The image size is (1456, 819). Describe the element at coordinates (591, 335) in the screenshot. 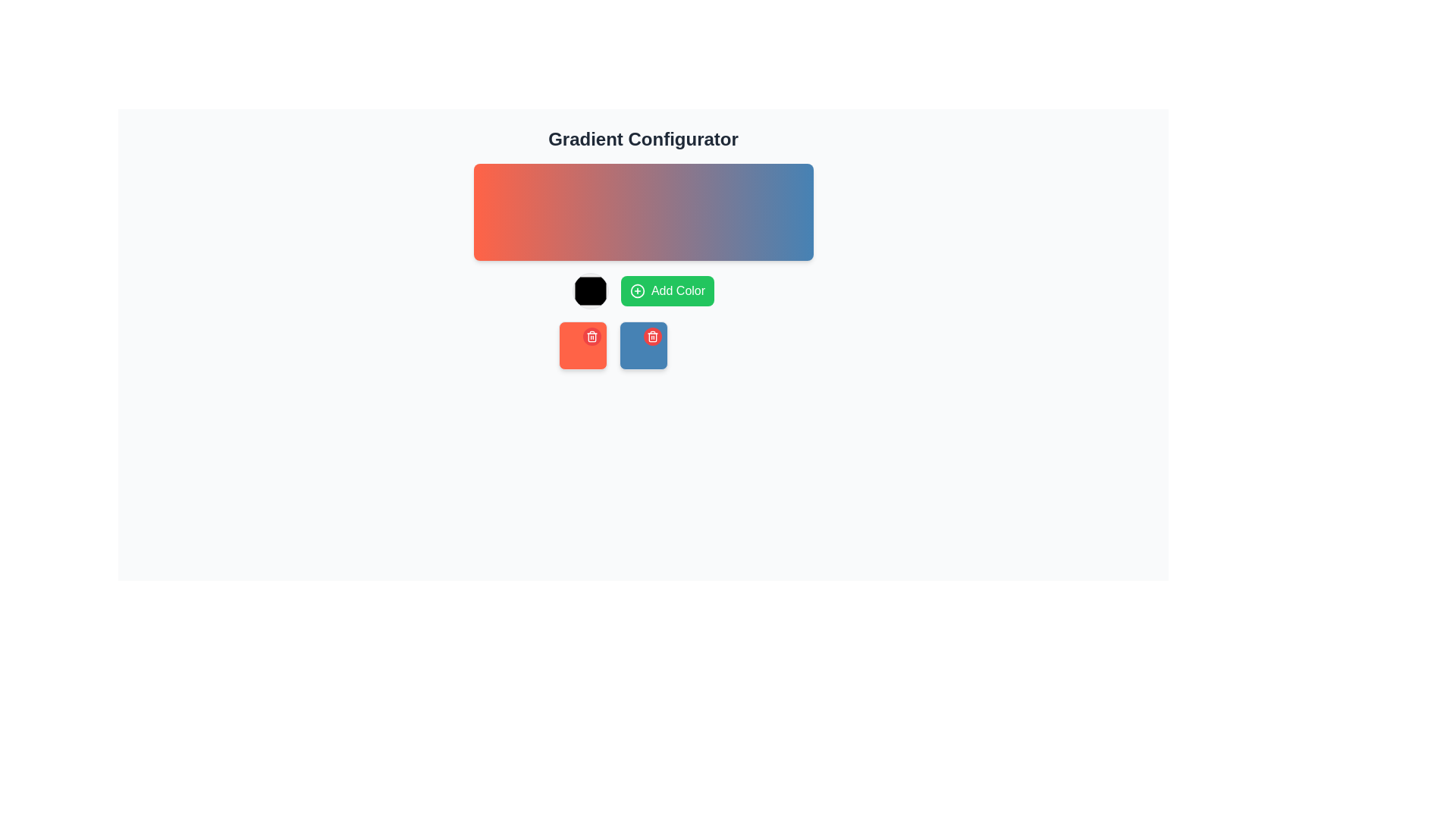

I see `the trash bin icon within the red circular button on the left side of the two square buttons` at that location.